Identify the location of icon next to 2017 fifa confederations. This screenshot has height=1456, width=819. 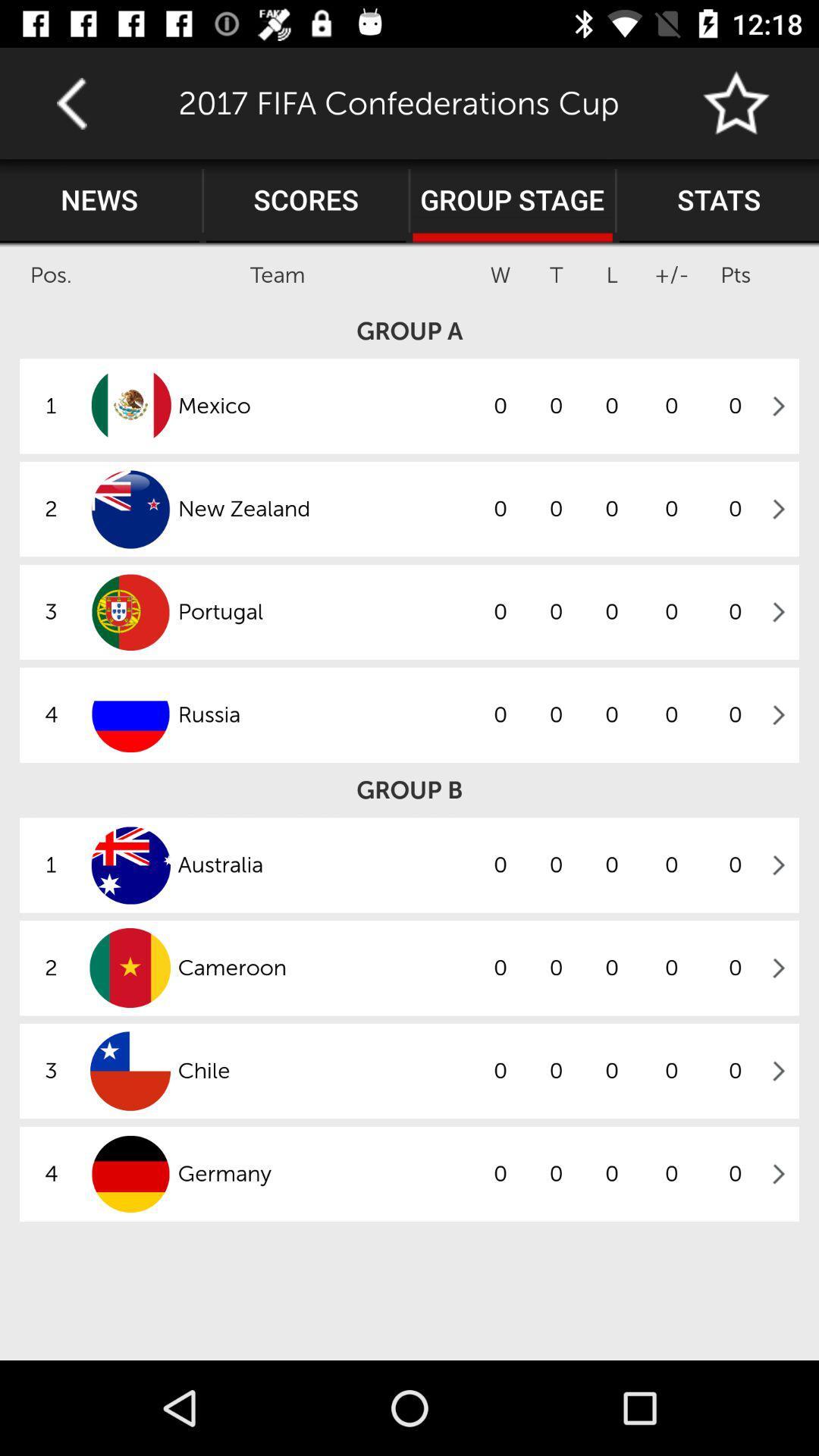
(71, 102).